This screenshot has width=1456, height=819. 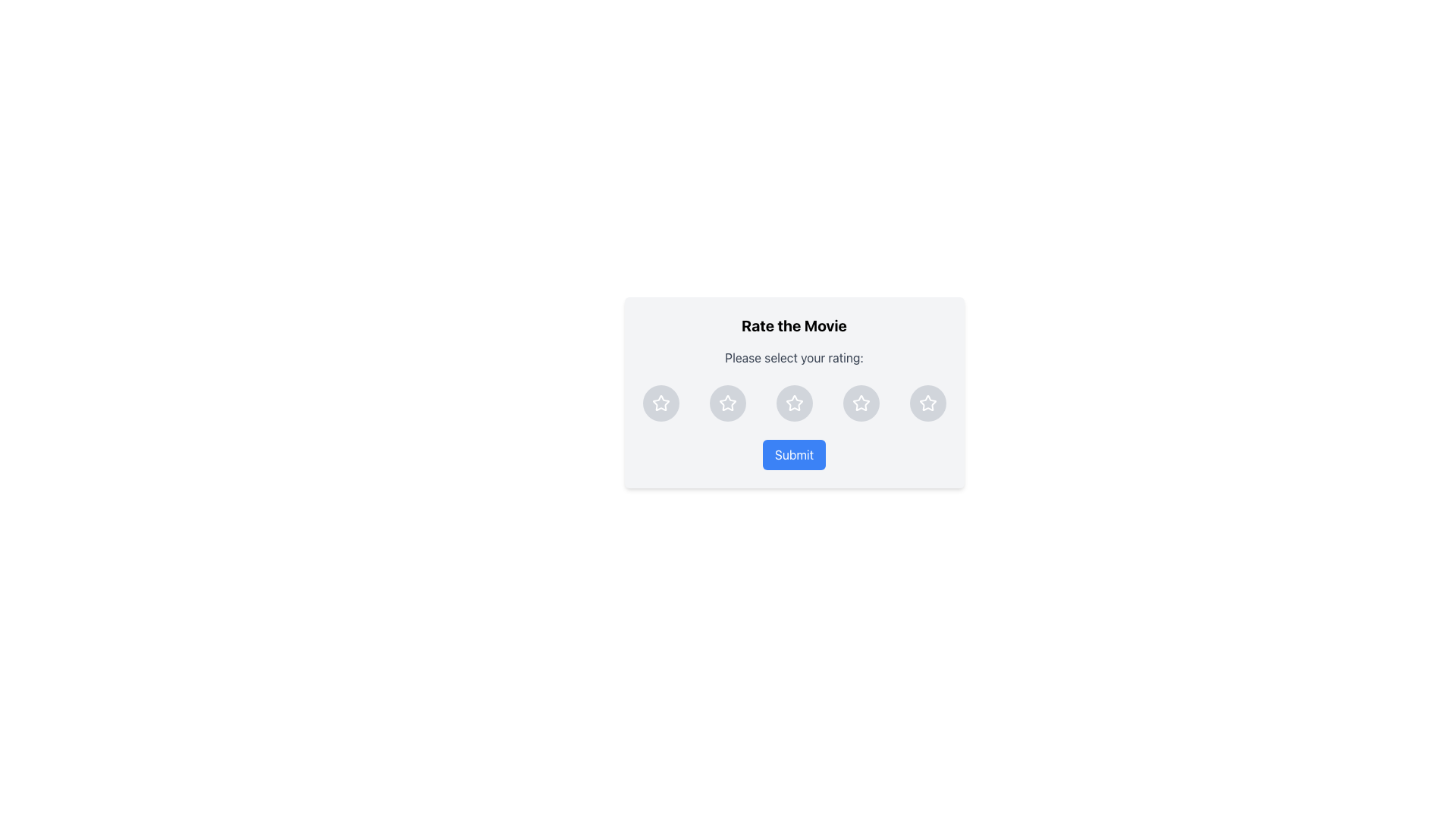 What do you see at coordinates (861, 403) in the screenshot?
I see `the fifth star icon in the star rating system` at bounding box center [861, 403].